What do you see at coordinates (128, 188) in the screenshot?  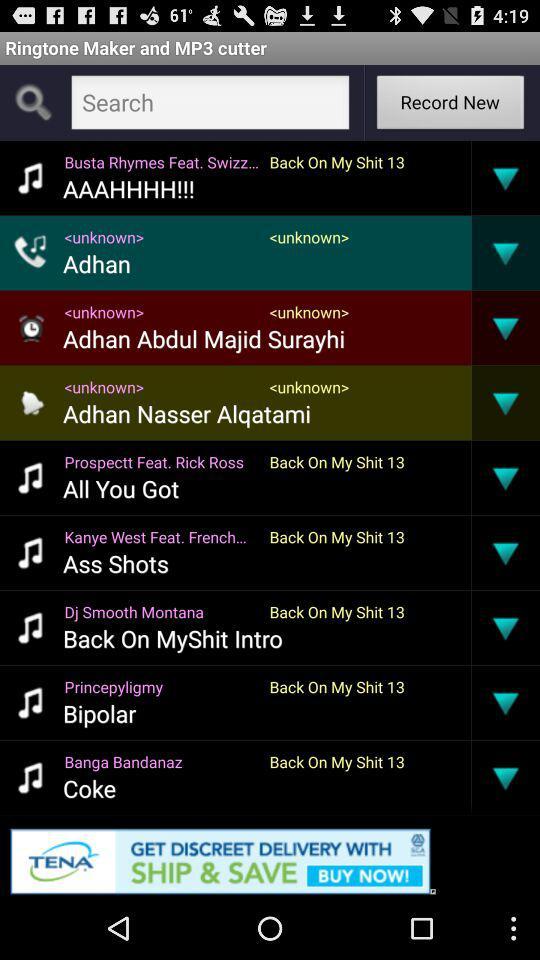 I see `the aaahhhh!!!` at bounding box center [128, 188].